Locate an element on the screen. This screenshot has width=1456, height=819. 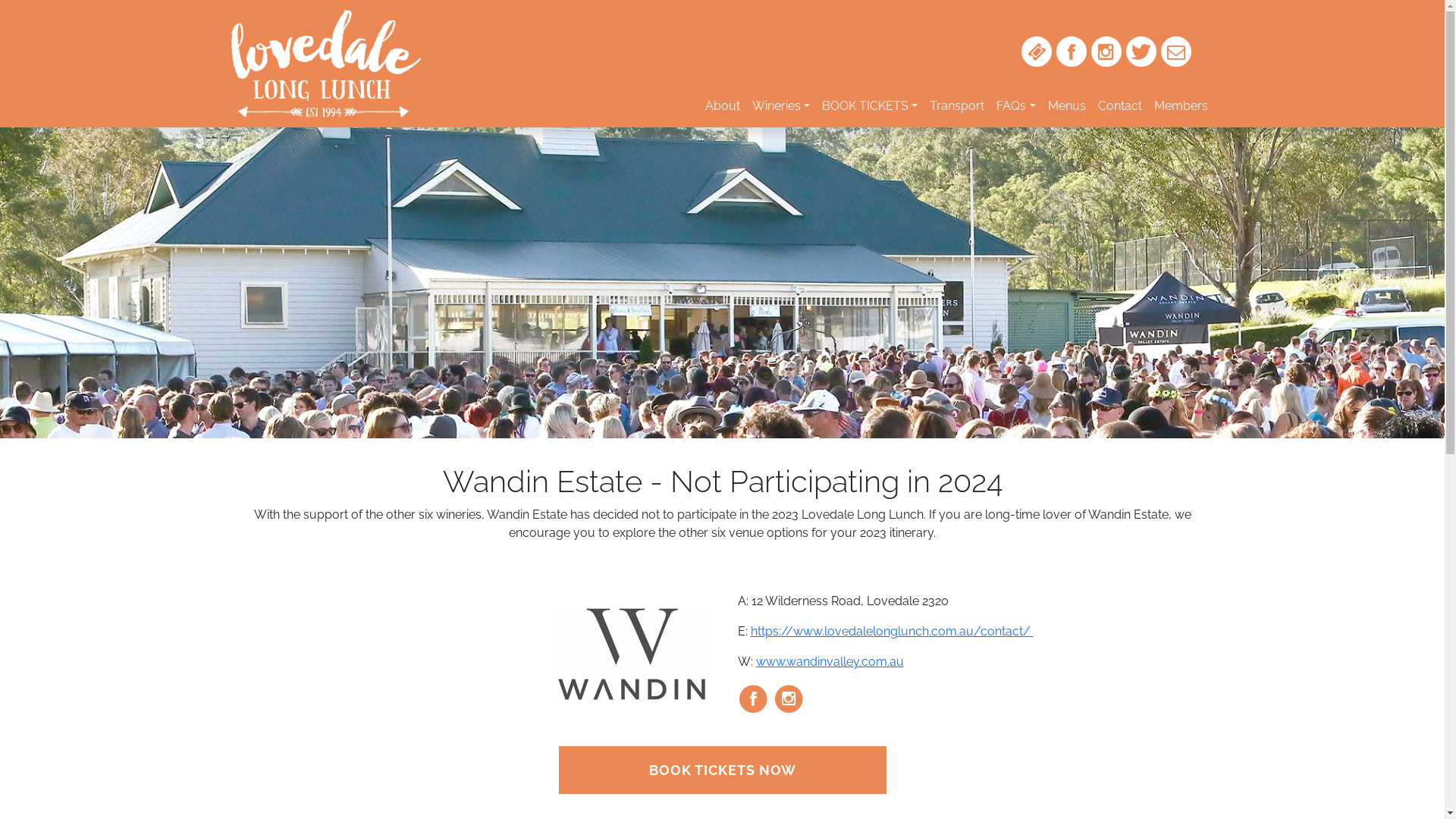
'www.wandinvalley.com.au' is located at coordinates (828, 661).